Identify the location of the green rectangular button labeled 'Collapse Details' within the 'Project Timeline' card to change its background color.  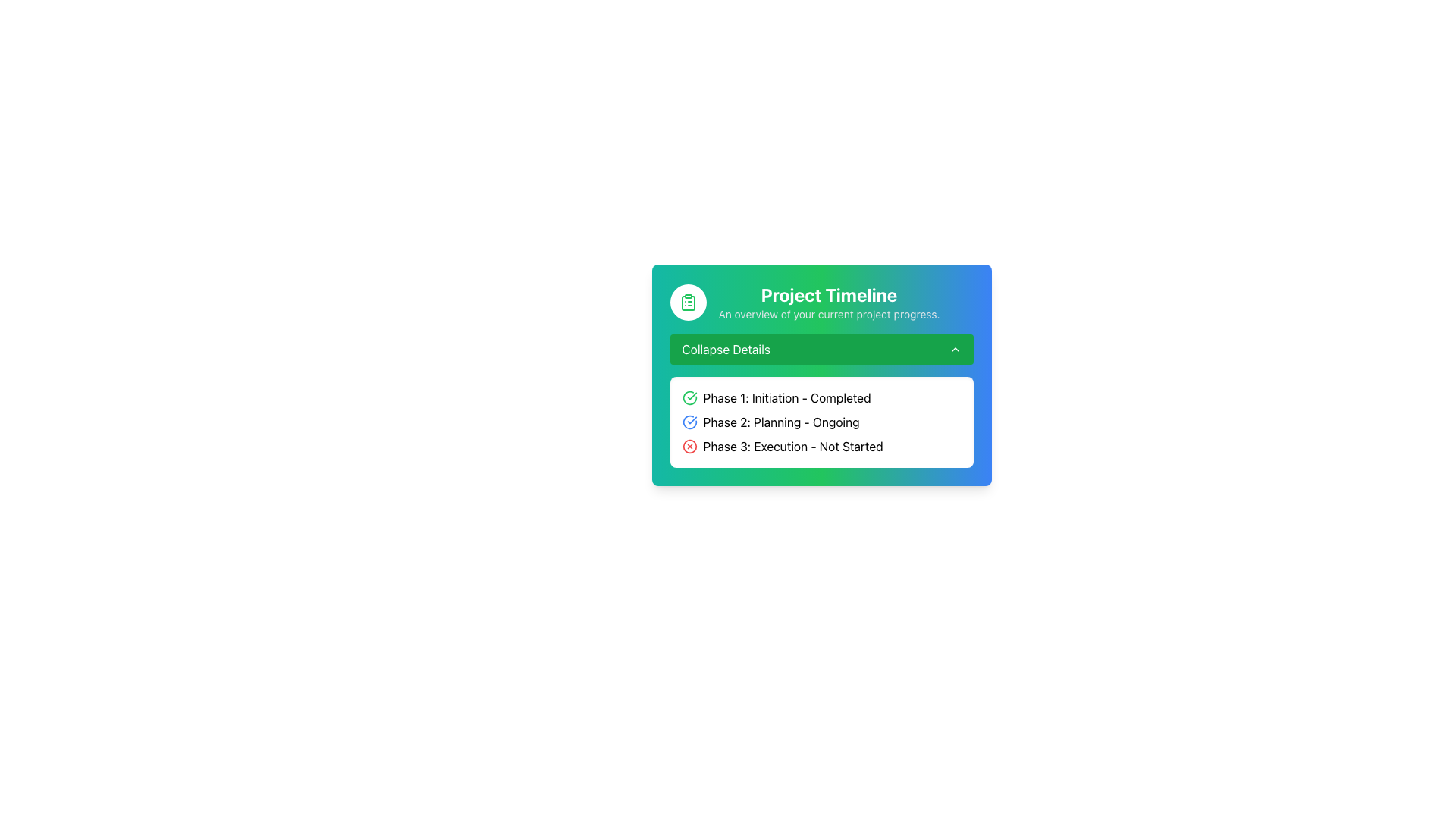
(821, 350).